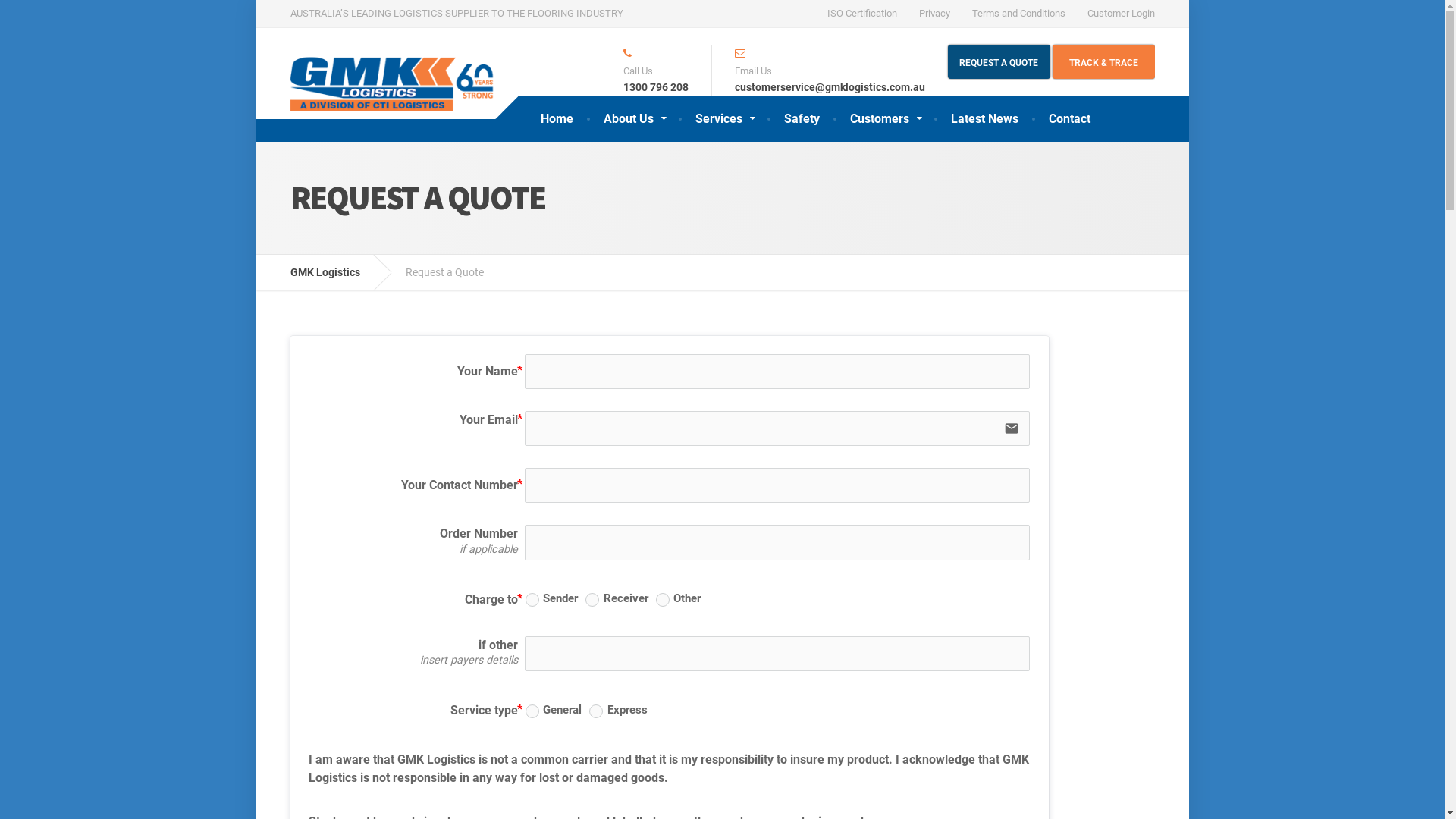  I want to click on 'REQUEST A QUOTE', so click(999, 61).